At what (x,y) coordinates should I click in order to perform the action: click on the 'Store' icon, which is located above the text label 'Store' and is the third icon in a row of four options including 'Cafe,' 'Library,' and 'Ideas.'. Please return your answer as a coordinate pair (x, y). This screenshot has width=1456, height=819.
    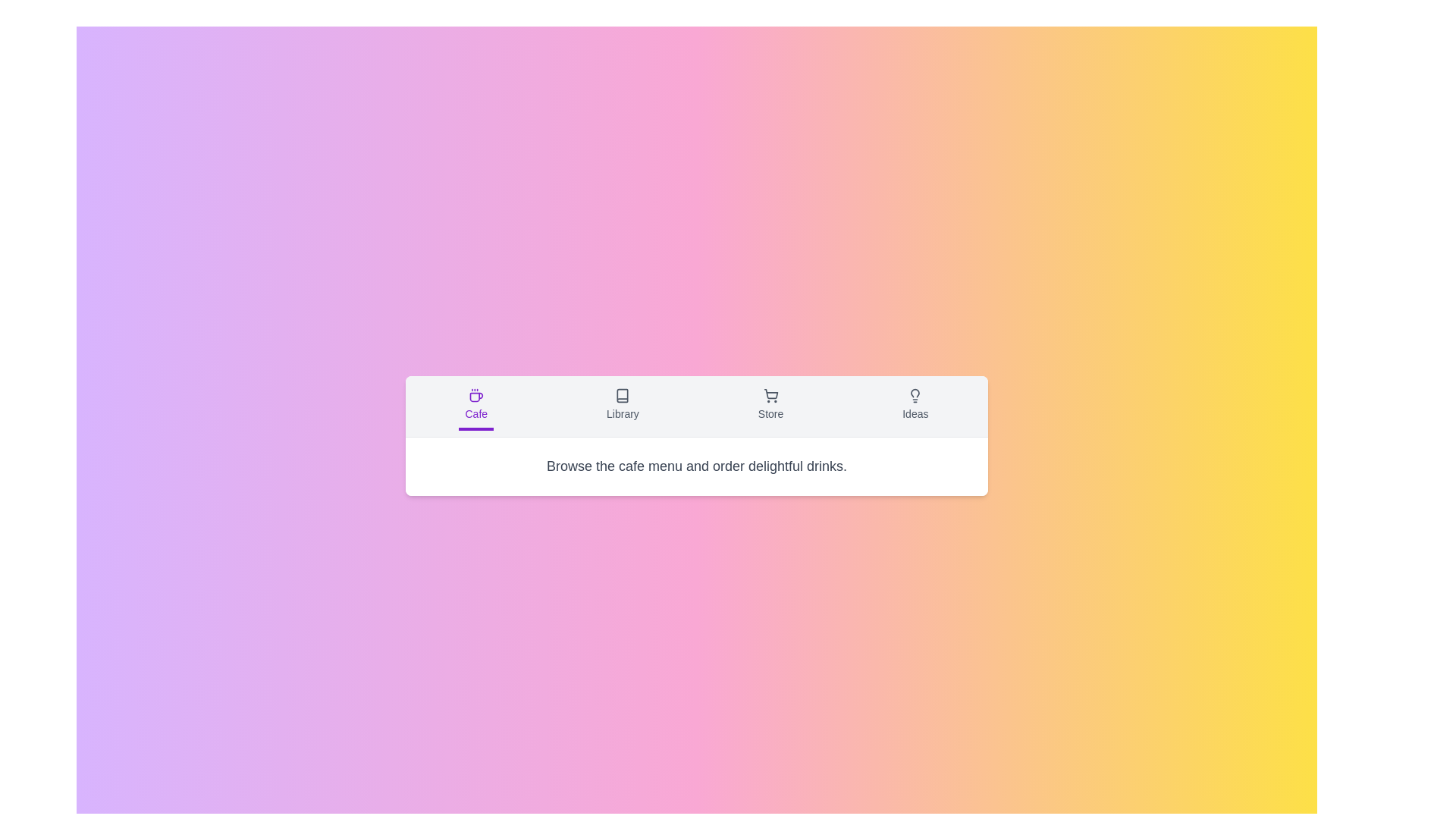
    Looking at the image, I should click on (770, 394).